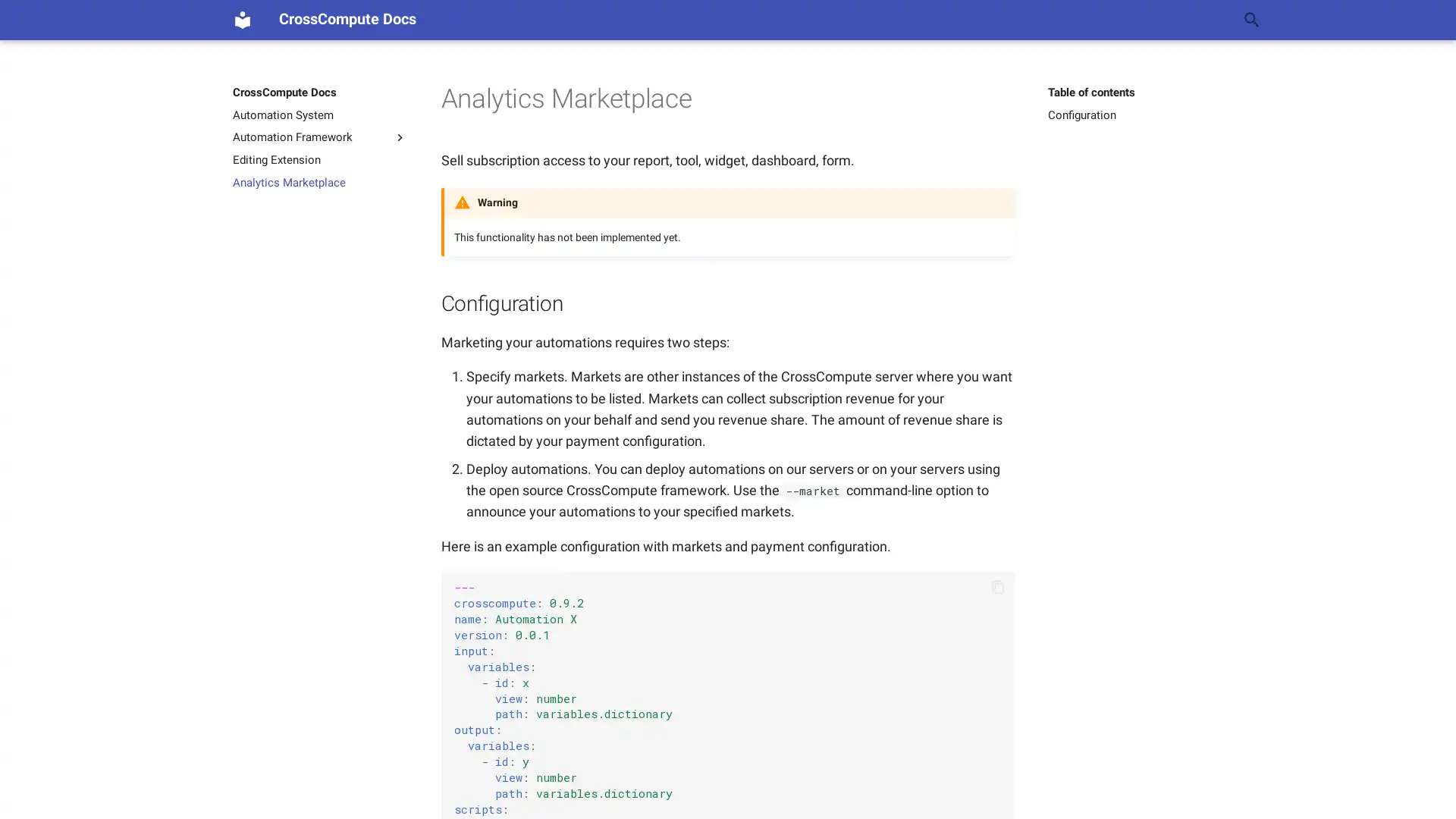  What do you see at coordinates (997, 586) in the screenshot?
I see `Copy to clipboard` at bounding box center [997, 586].